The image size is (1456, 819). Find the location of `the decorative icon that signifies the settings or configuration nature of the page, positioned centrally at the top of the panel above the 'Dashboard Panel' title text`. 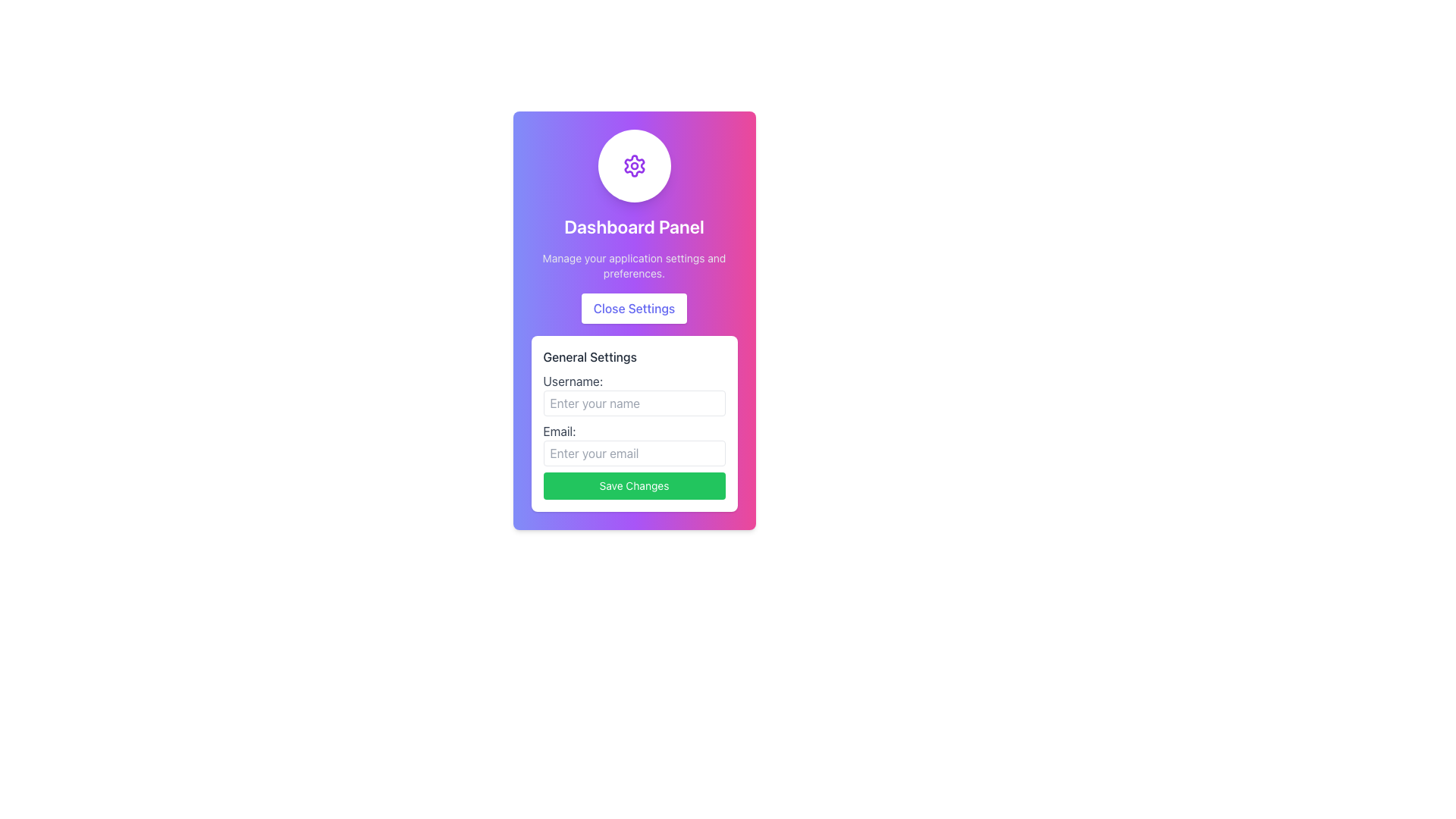

the decorative icon that signifies the settings or configuration nature of the page, positioned centrally at the top of the panel above the 'Dashboard Panel' title text is located at coordinates (634, 166).